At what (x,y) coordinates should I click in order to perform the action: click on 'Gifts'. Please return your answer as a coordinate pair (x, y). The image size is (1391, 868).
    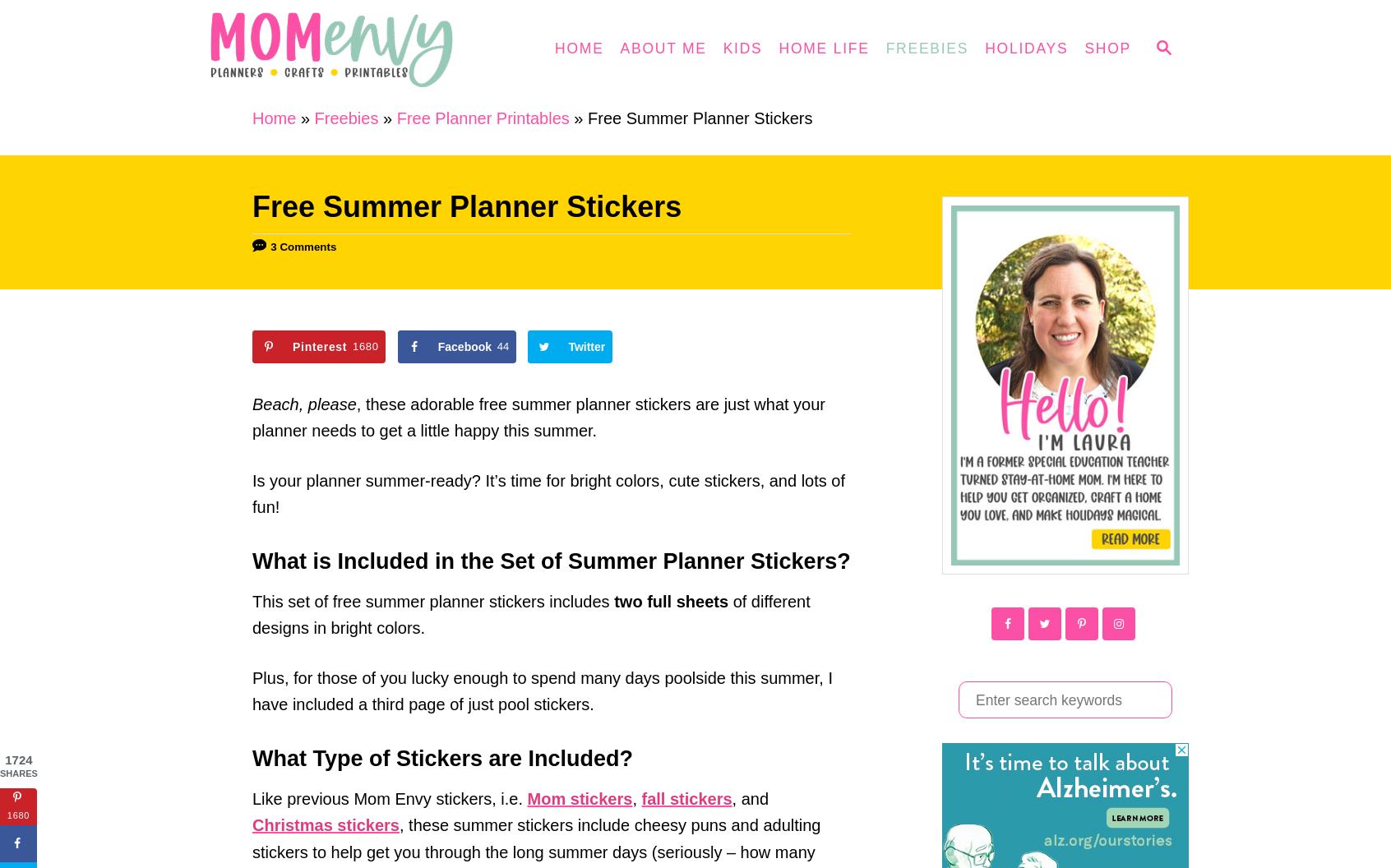
    Looking at the image, I should click on (715, 222).